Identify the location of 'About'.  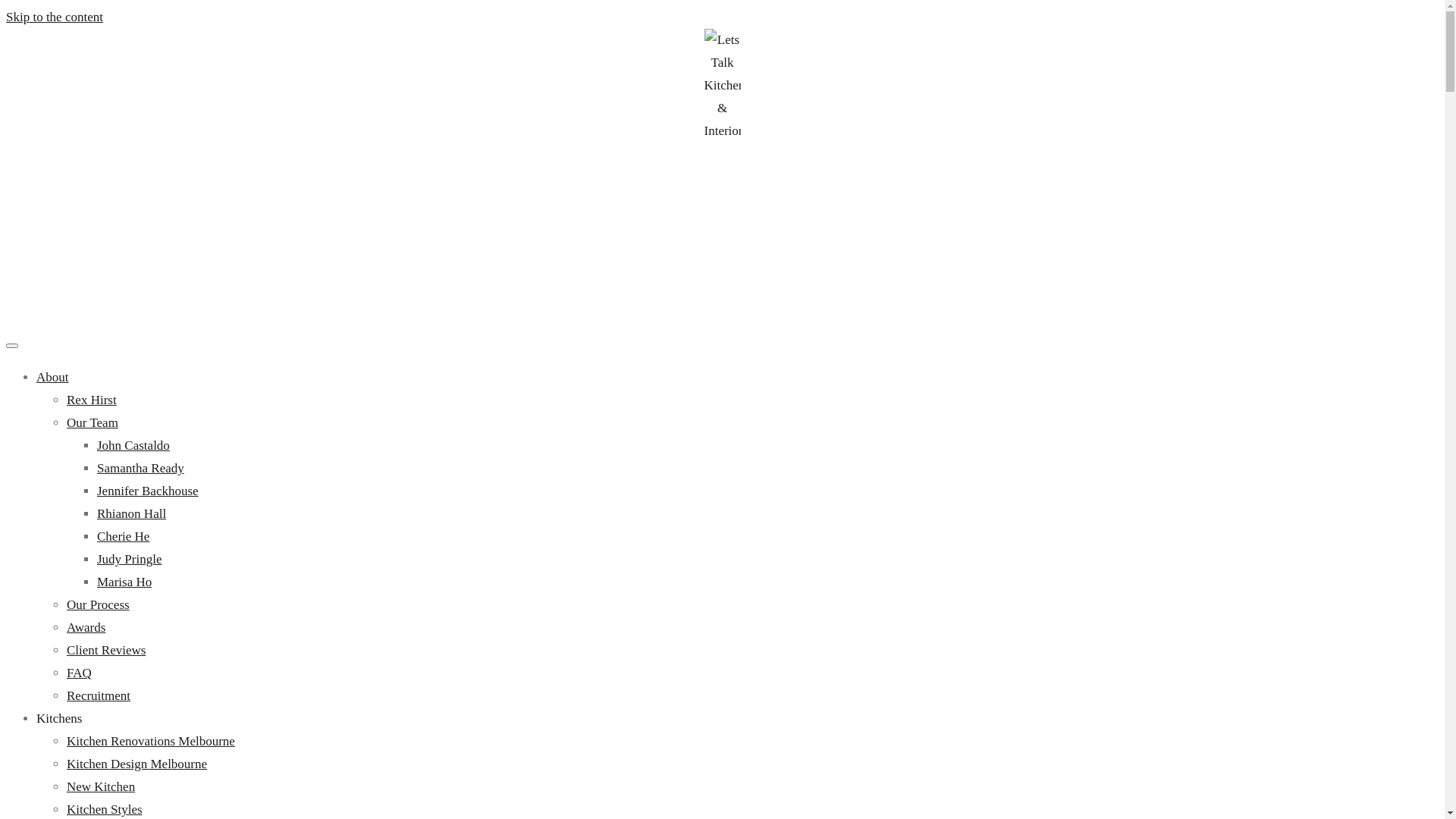
(52, 376).